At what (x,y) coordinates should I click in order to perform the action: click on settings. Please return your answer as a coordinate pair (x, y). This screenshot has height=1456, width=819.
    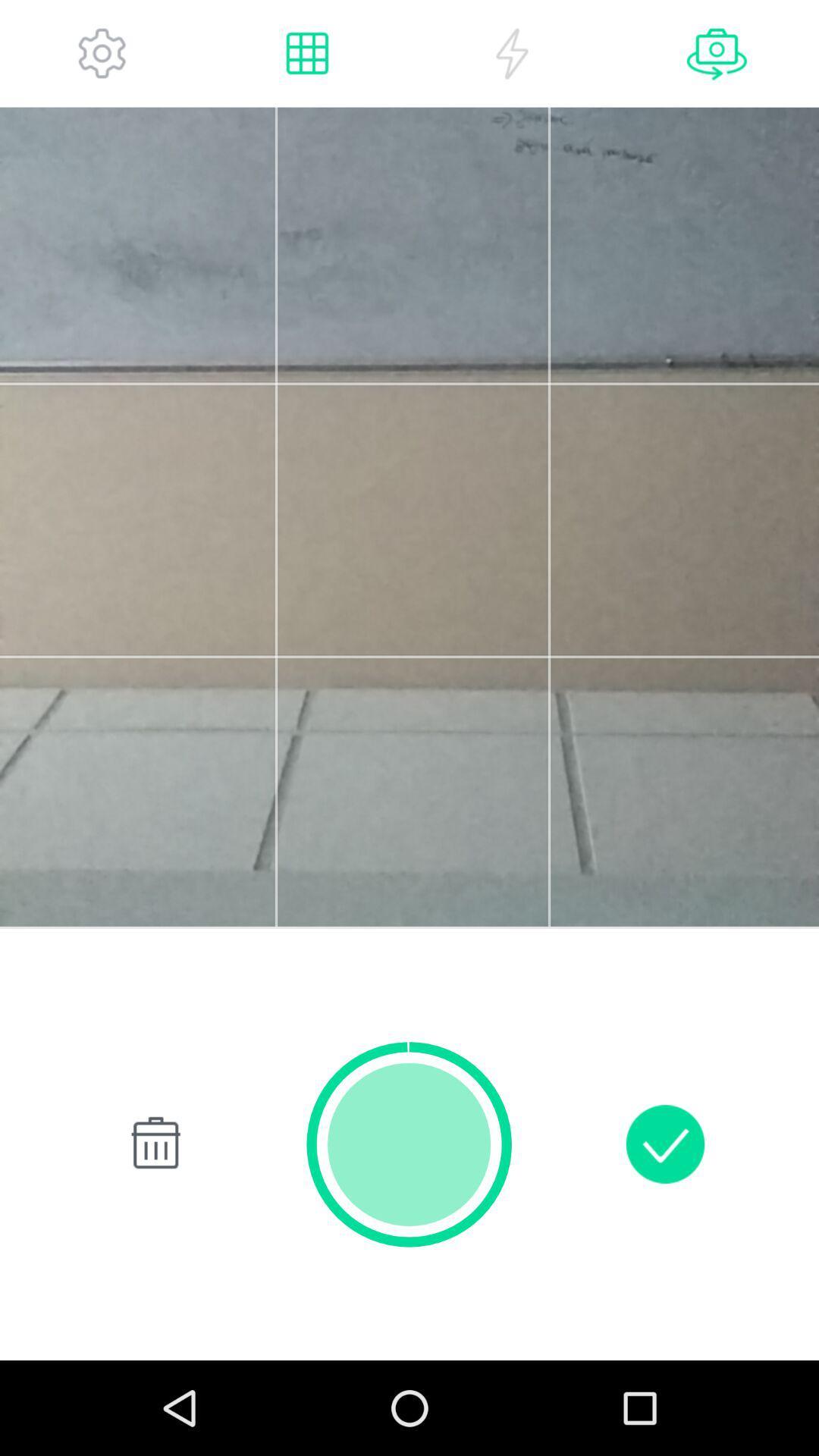
    Looking at the image, I should click on (102, 53).